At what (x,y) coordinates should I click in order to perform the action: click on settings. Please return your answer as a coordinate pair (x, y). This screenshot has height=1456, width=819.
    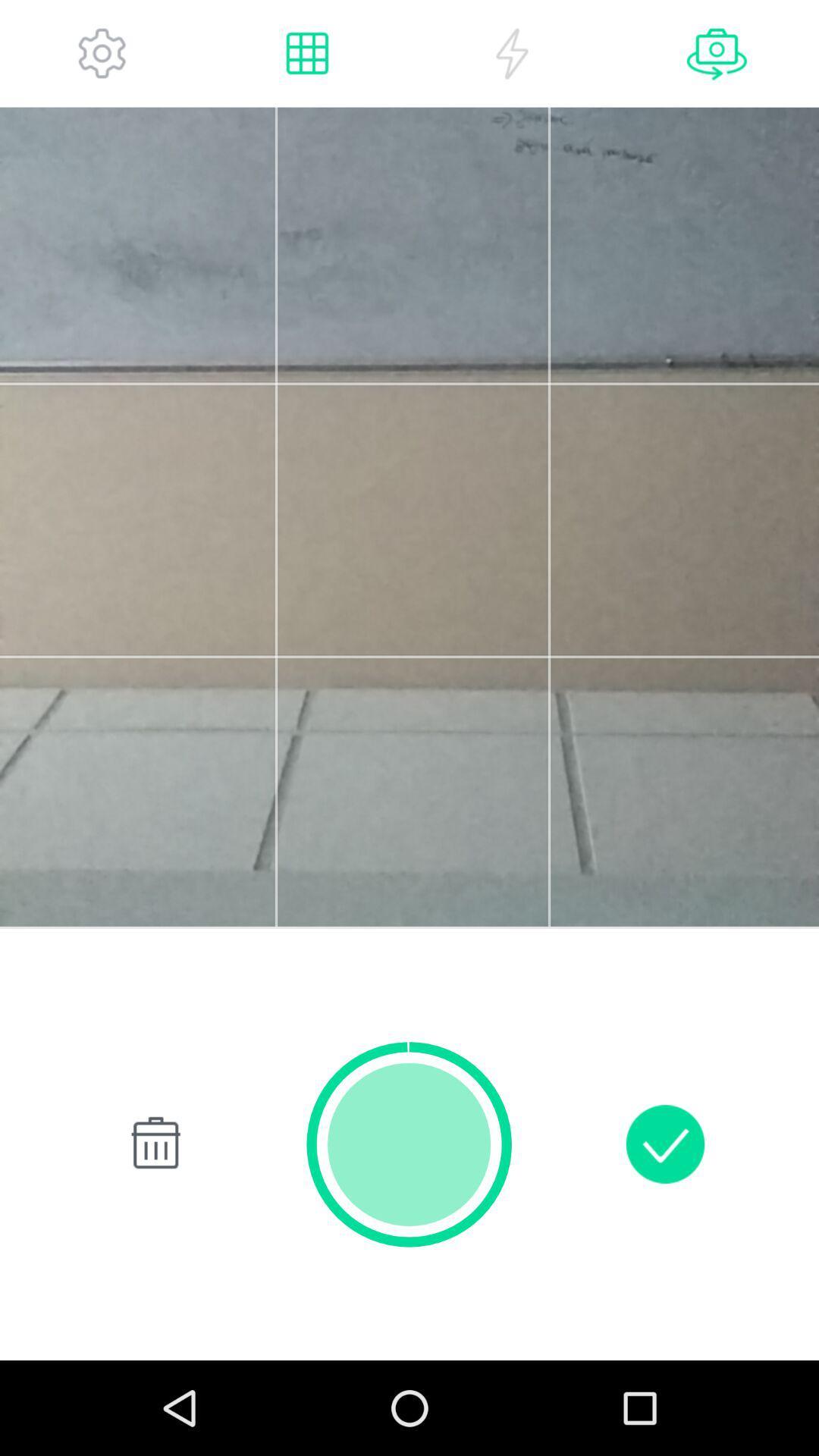
    Looking at the image, I should click on (102, 53).